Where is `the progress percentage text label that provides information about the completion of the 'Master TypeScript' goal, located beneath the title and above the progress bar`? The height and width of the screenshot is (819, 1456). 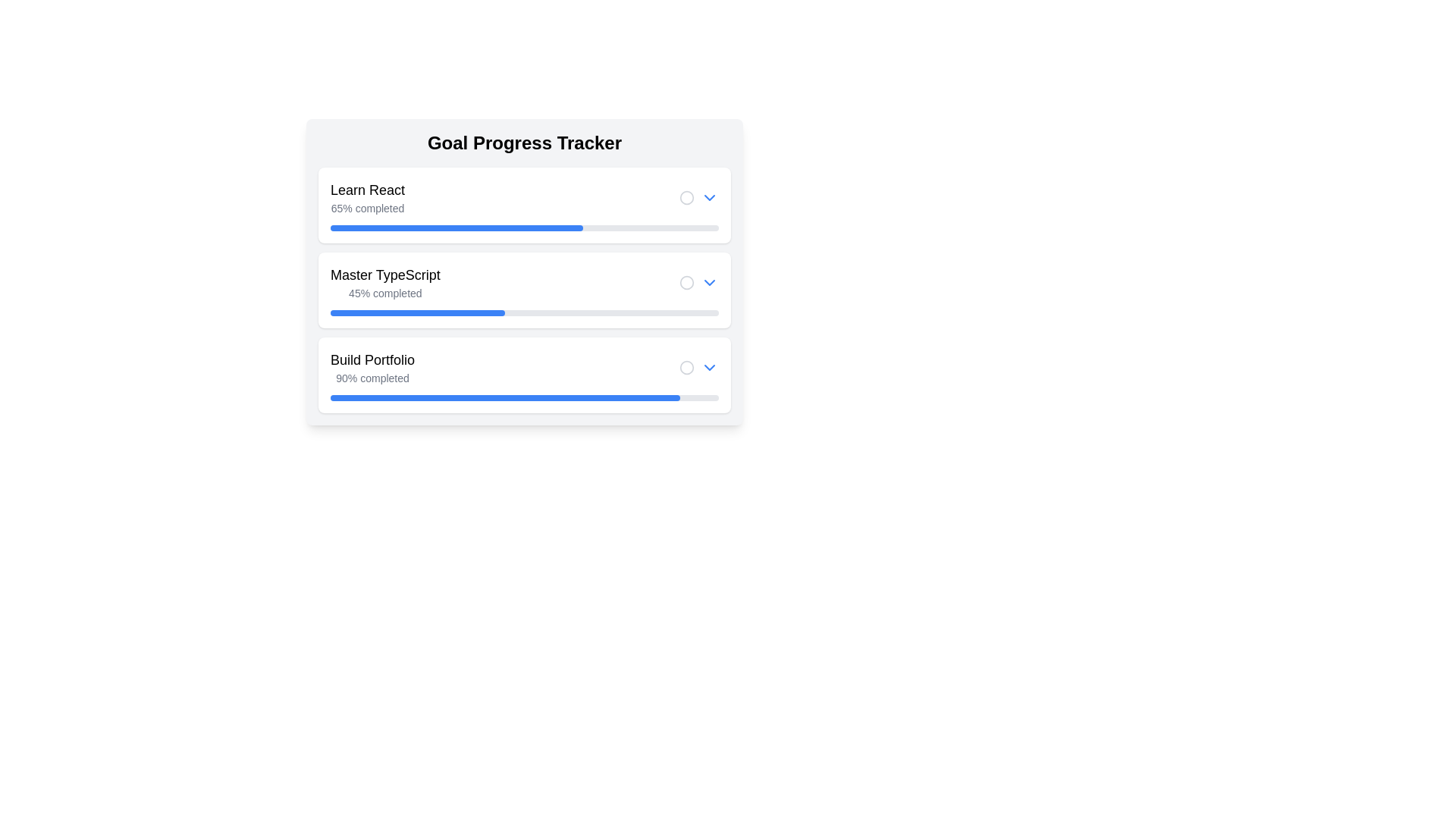
the progress percentage text label that provides information about the completion of the 'Master TypeScript' goal, located beneath the title and above the progress bar is located at coordinates (385, 293).